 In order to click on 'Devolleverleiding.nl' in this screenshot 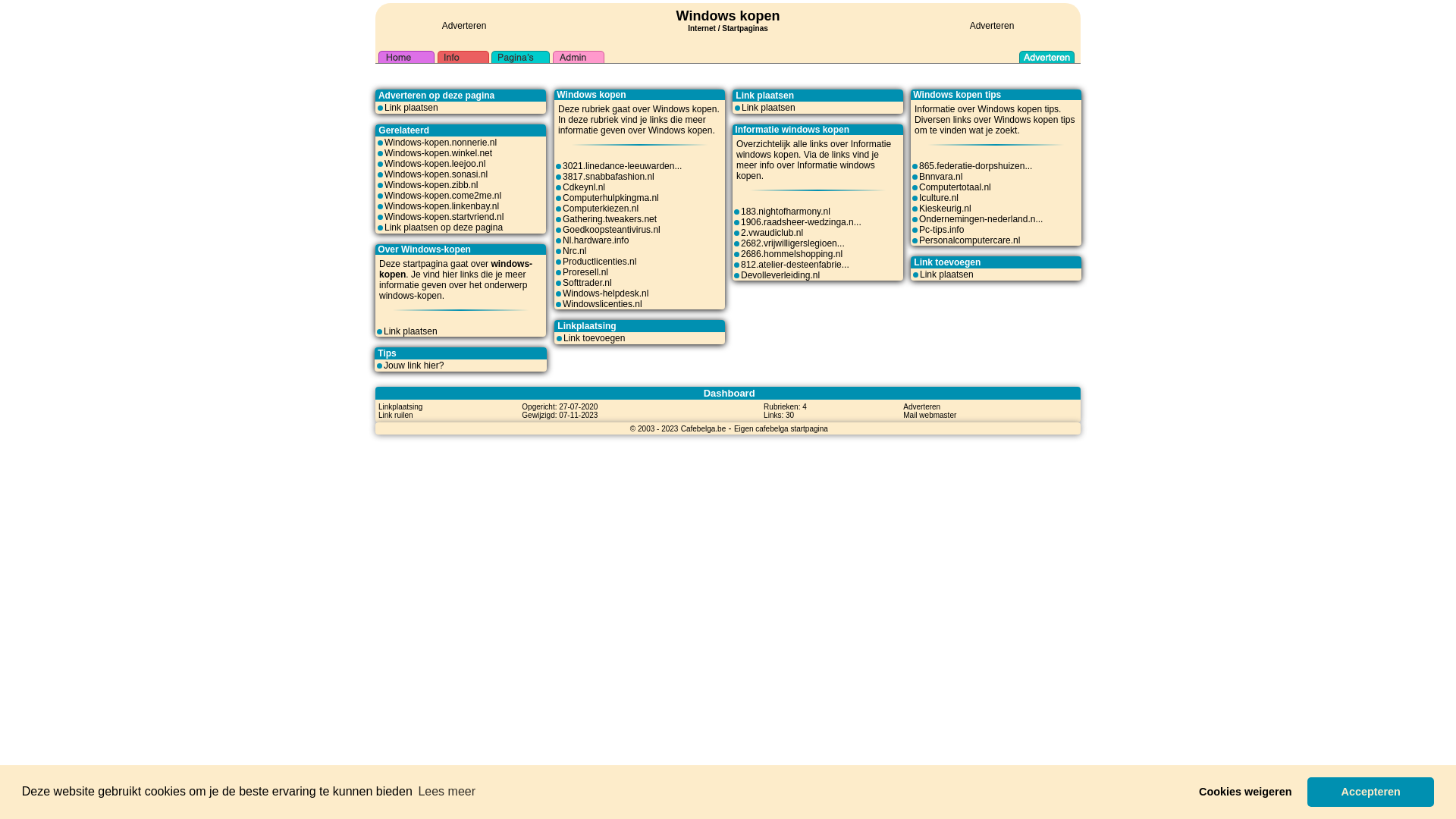, I will do `click(780, 275)`.